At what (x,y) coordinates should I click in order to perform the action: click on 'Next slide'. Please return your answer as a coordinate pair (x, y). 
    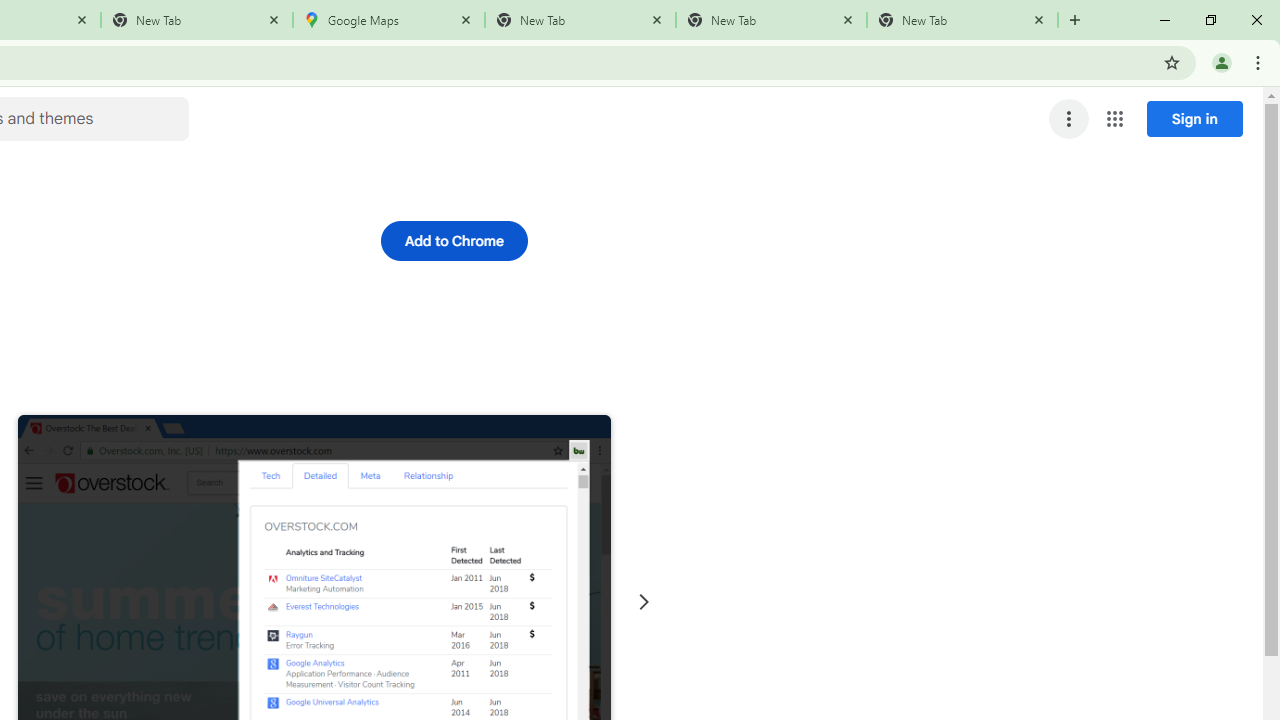
    Looking at the image, I should click on (643, 601).